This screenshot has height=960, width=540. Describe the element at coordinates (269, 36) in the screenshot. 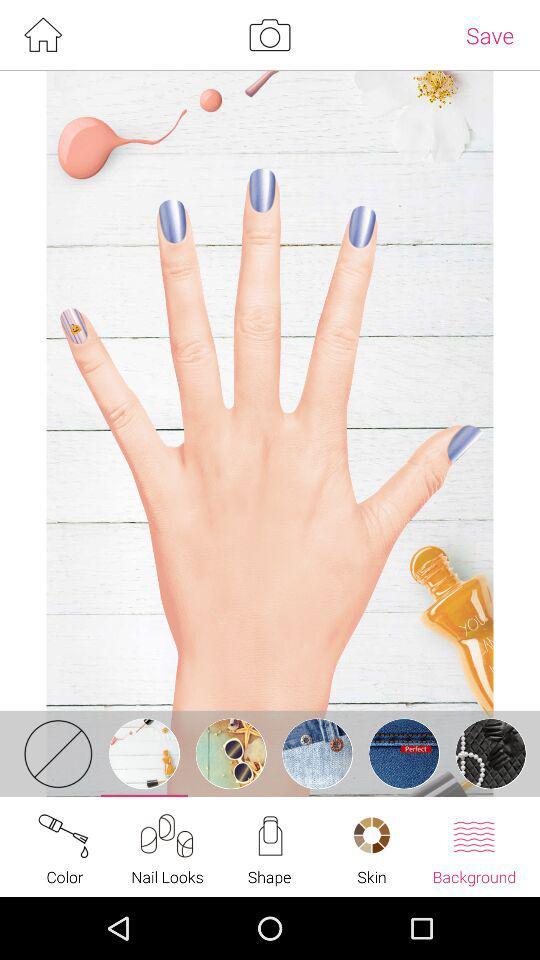

I see `the photo icon` at that location.